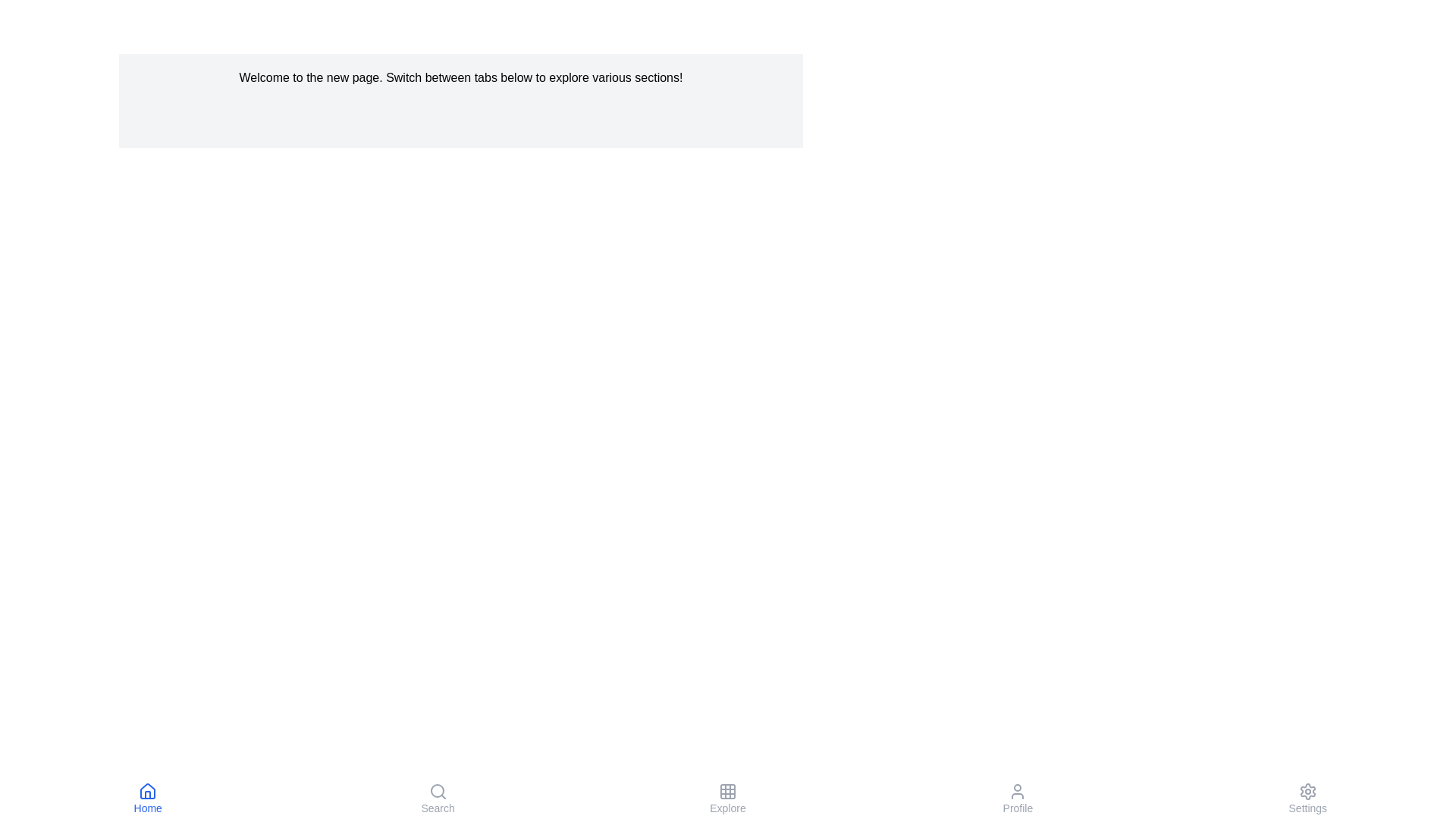 Image resolution: width=1456 pixels, height=819 pixels. What do you see at coordinates (1018, 798) in the screenshot?
I see `the 'Profile' navigation button located in the bottom horizontal navigation bar, which is the fourth button from the left` at bounding box center [1018, 798].